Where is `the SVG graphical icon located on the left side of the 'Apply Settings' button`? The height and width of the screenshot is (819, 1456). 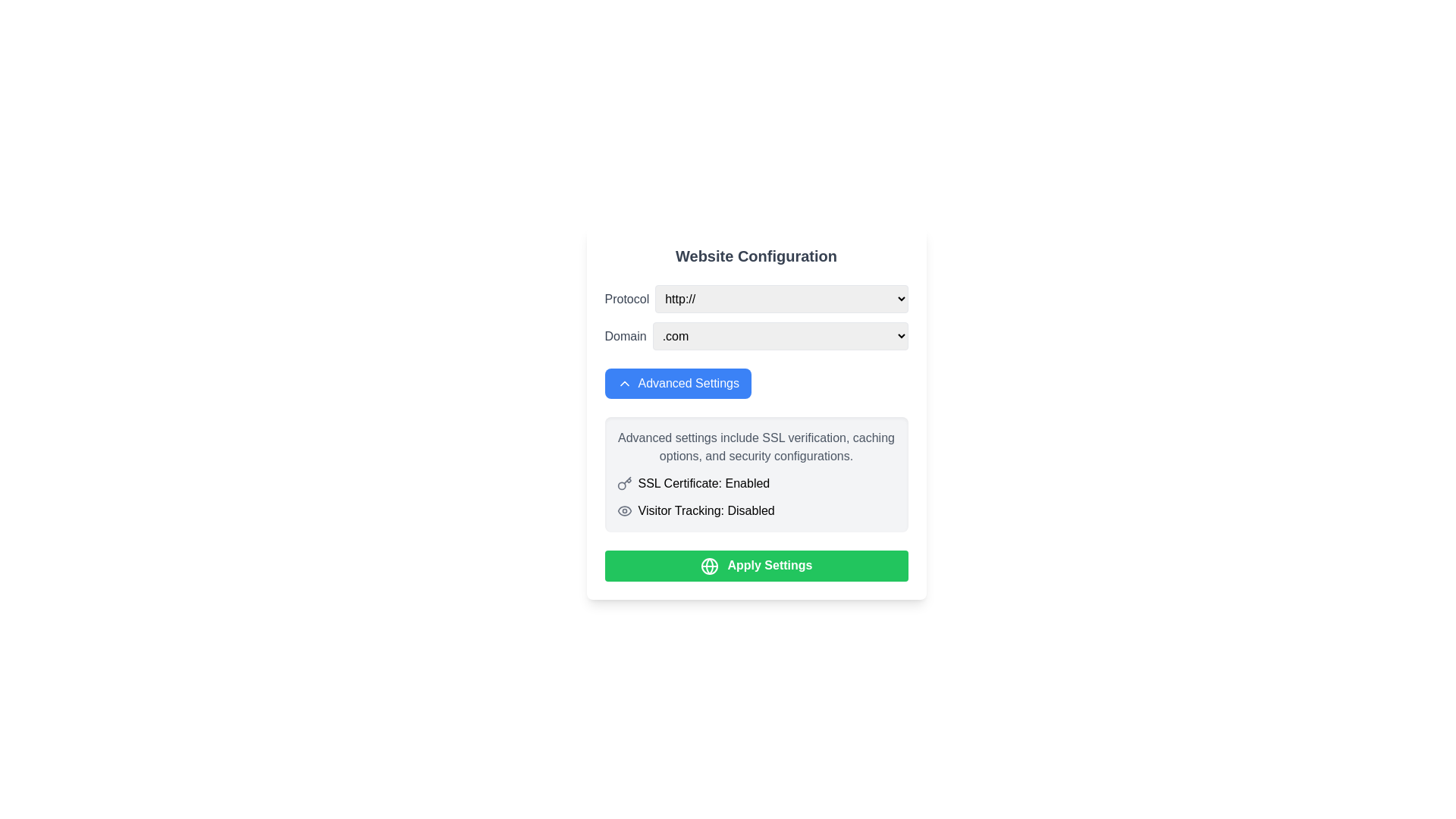 the SVG graphical icon located on the left side of the 'Apply Settings' button is located at coordinates (708, 566).